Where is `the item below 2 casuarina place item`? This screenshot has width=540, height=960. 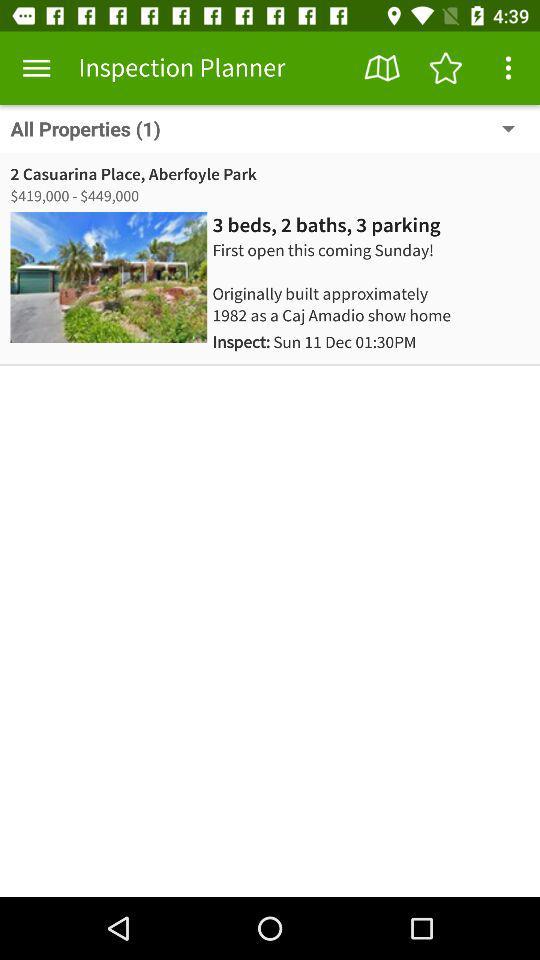 the item below 2 casuarina place item is located at coordinates (326, 225).